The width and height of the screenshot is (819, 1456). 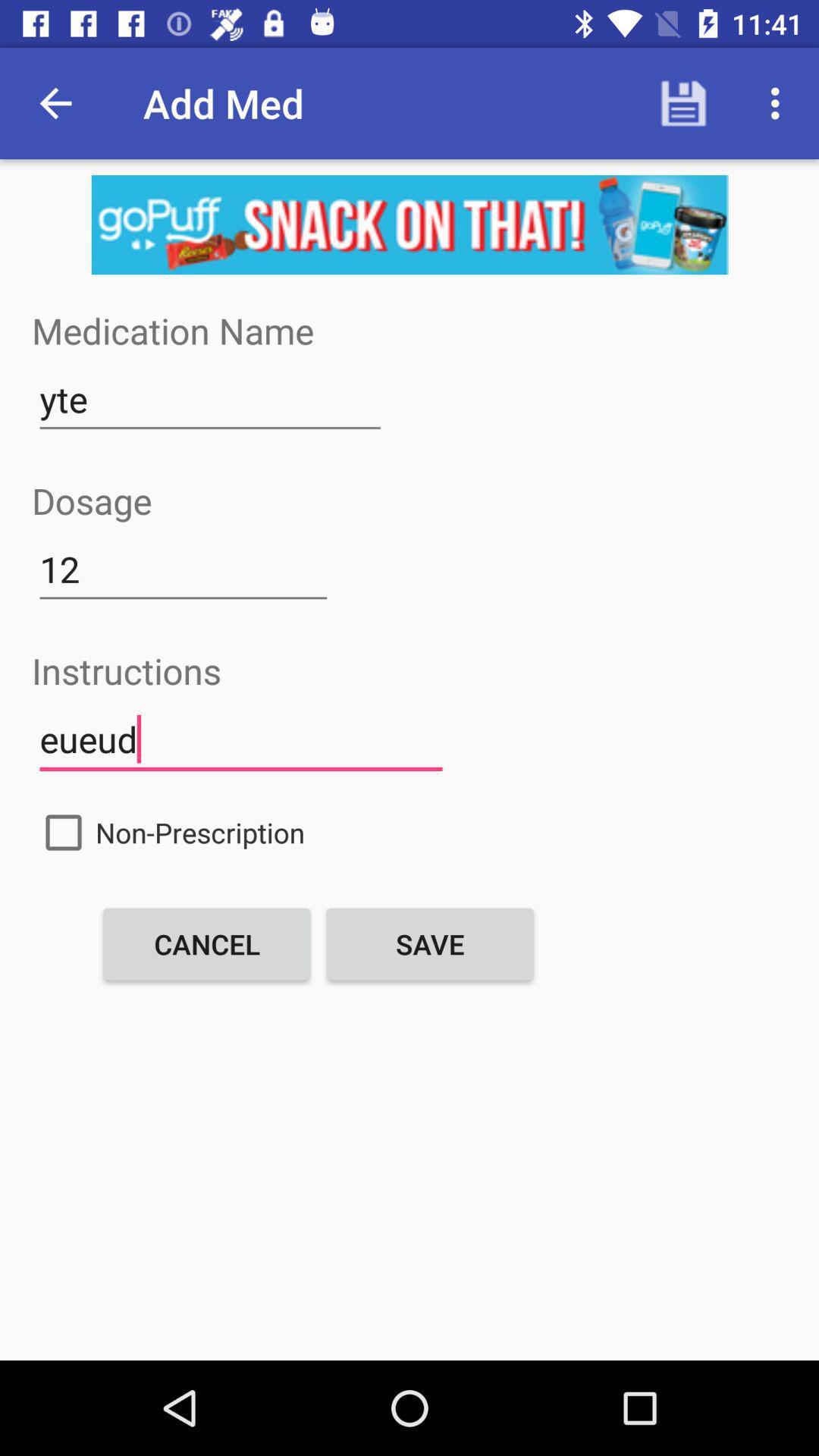 What do you see at coordinates (409, 224) in the screenshot?
I see `advertisement banner` at bounding box center [409, 224].